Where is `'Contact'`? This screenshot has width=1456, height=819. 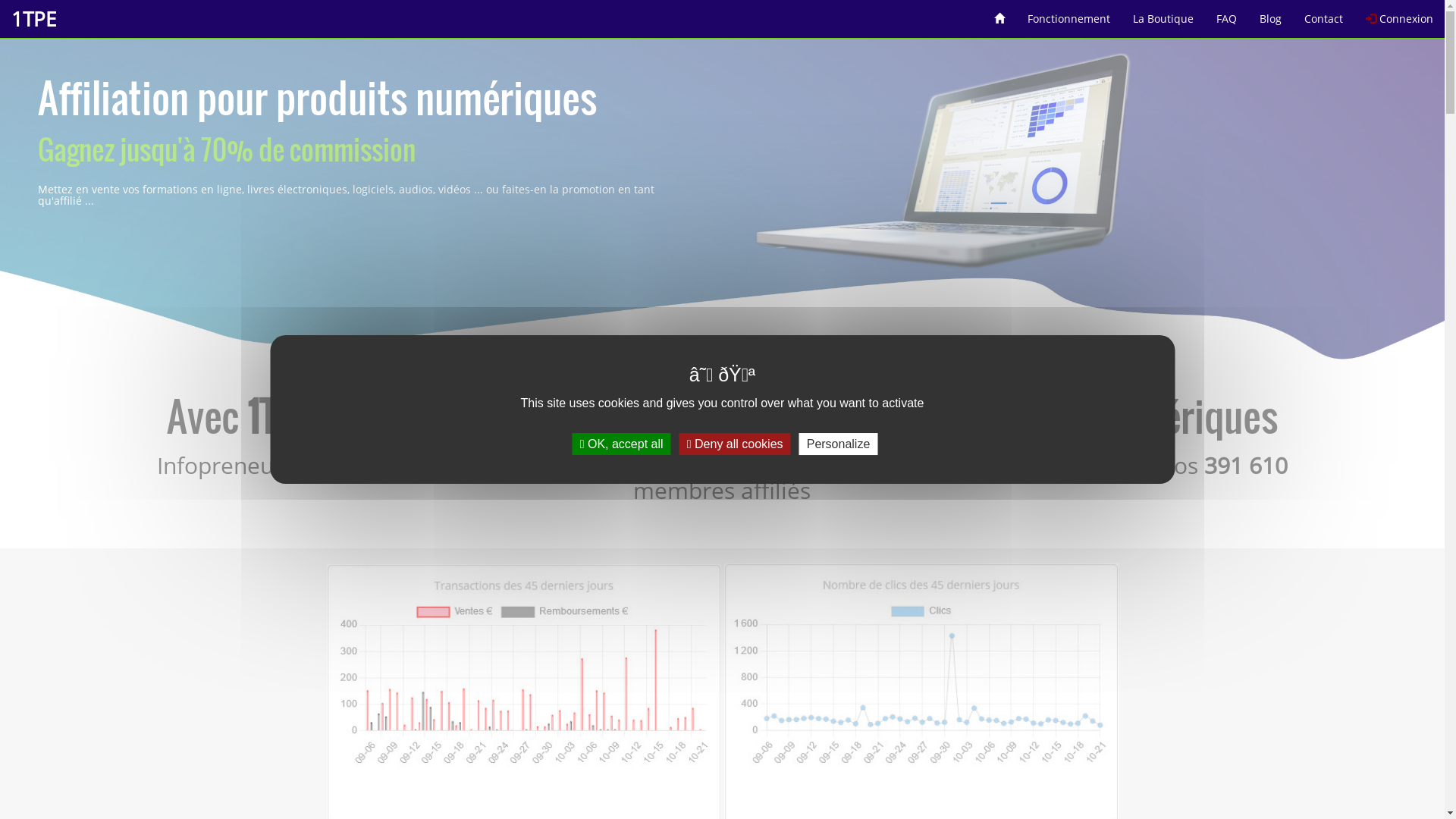 'Contact' is located at coordinates (1323, 13).